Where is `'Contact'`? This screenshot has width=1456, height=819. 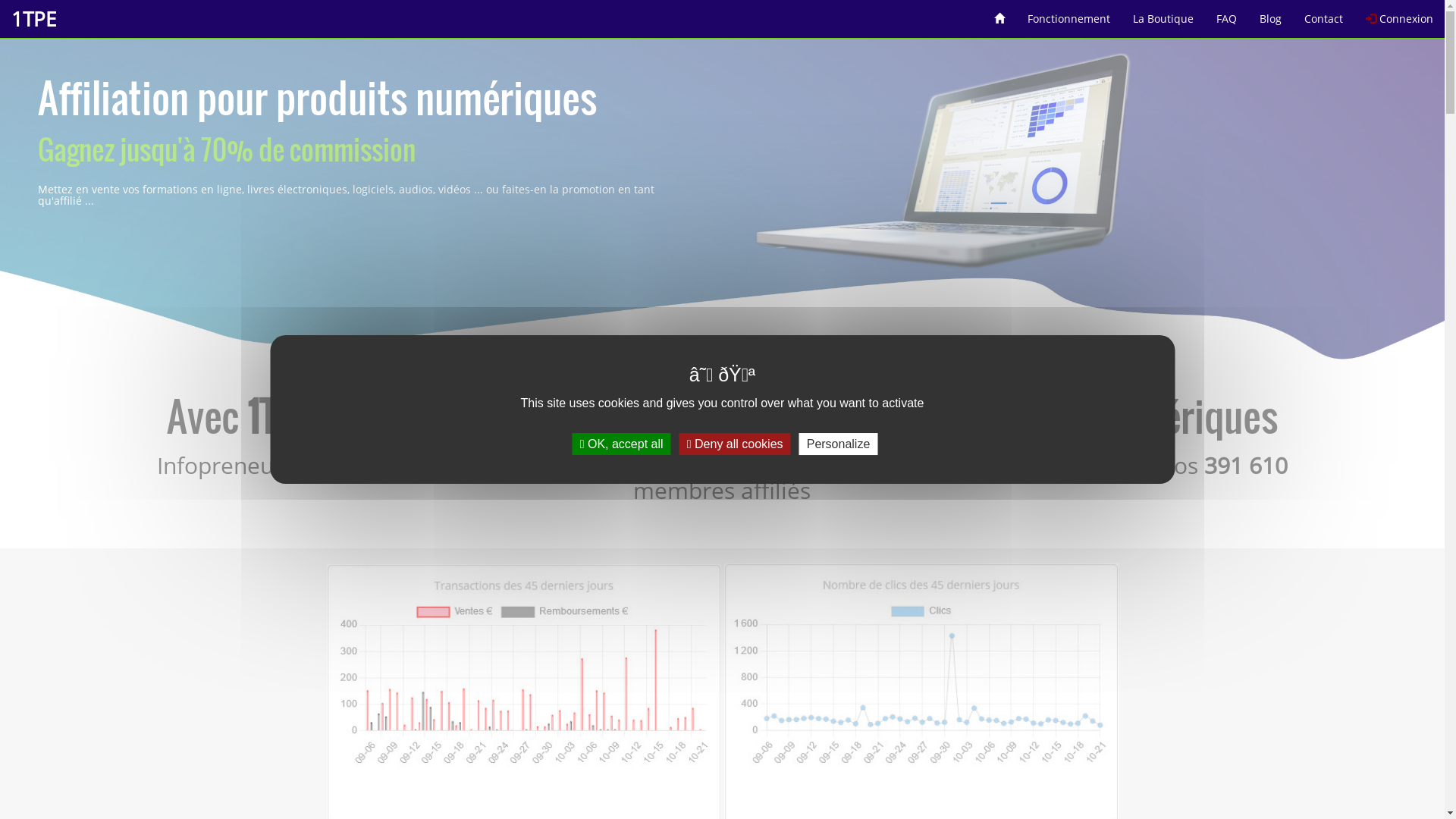 'Contact' is located at coordinates (1323, 13).